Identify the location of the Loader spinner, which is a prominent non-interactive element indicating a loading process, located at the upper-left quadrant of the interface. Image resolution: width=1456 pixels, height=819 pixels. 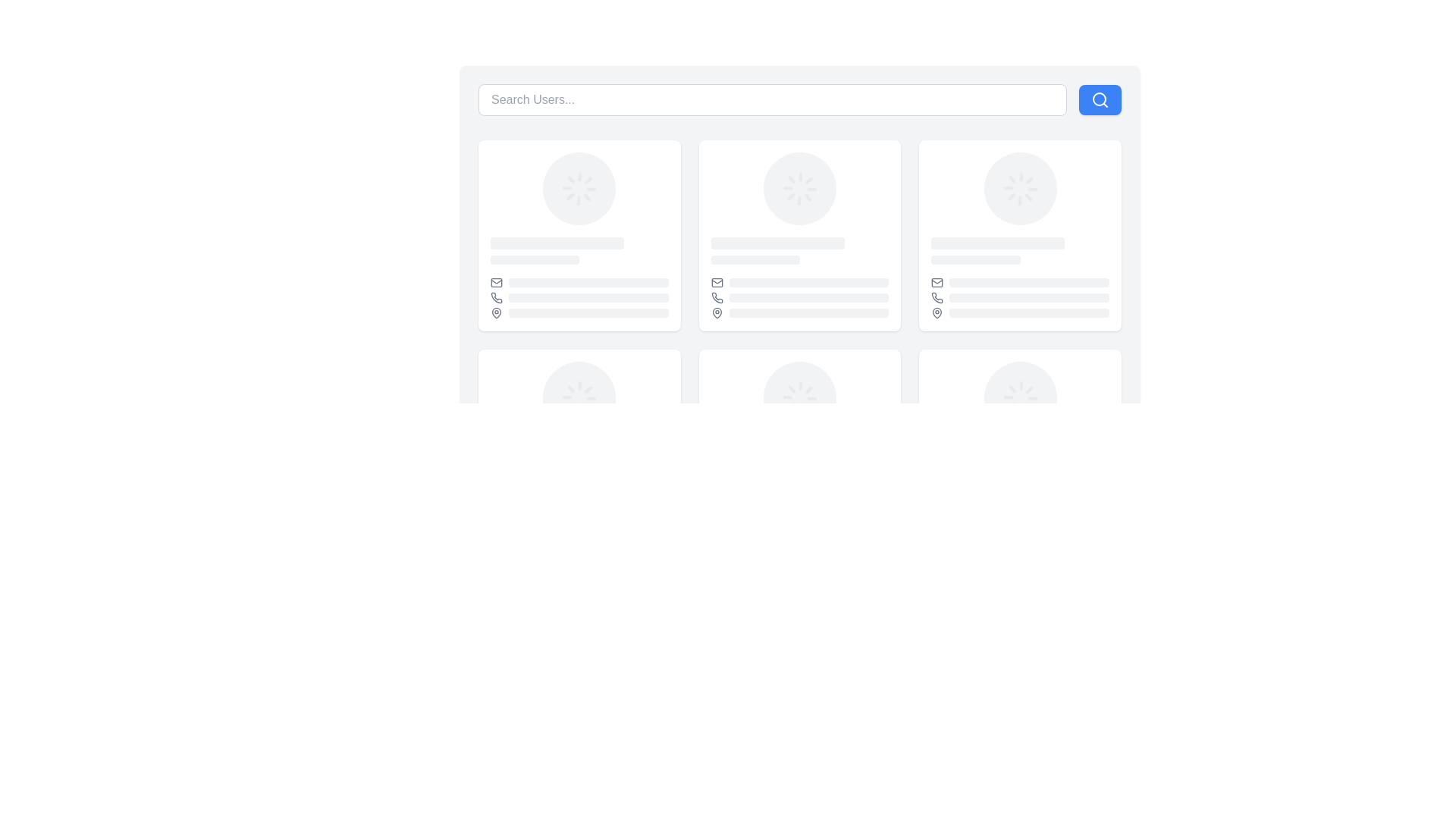
(579, 188).